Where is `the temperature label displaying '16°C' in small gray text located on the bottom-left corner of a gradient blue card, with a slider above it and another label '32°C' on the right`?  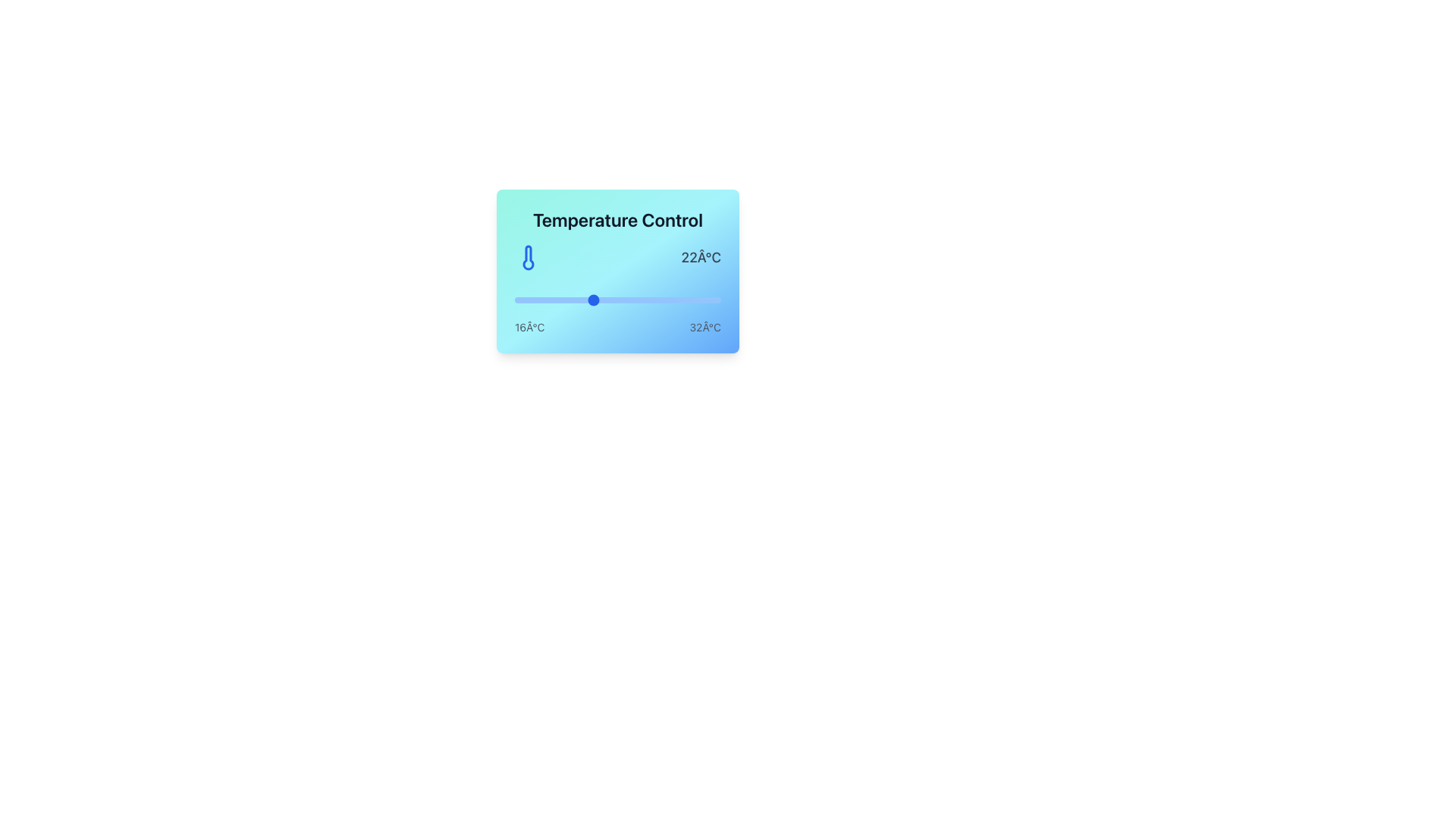 the temperature label displaying '16°C' in small gray text located on the bottom-left corner of a gradient blue card, with a slider above it and another label '32°C' on the right is located at coordinates (529, 327).